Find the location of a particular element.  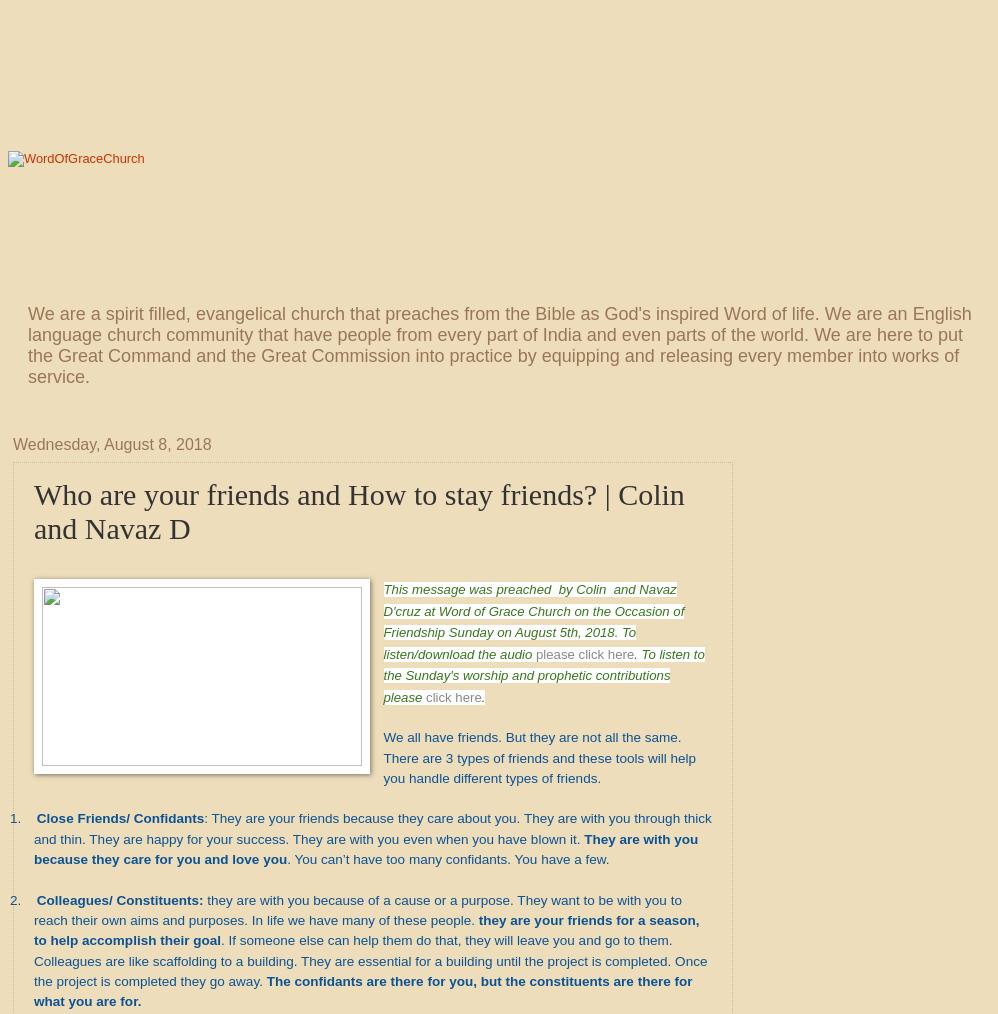

'2.' is located at coordinates (15, 898).